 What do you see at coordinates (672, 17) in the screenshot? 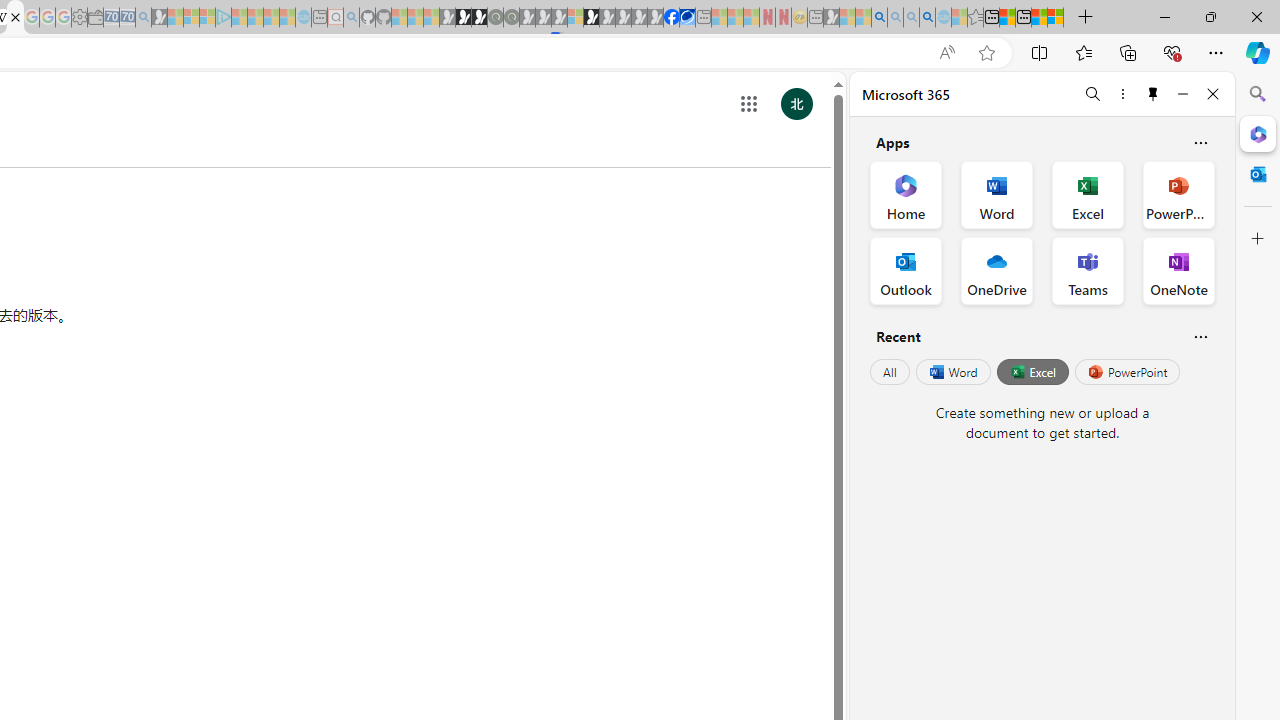
I see `'Nordace | Facebook'` at bounding box center [672, 17].